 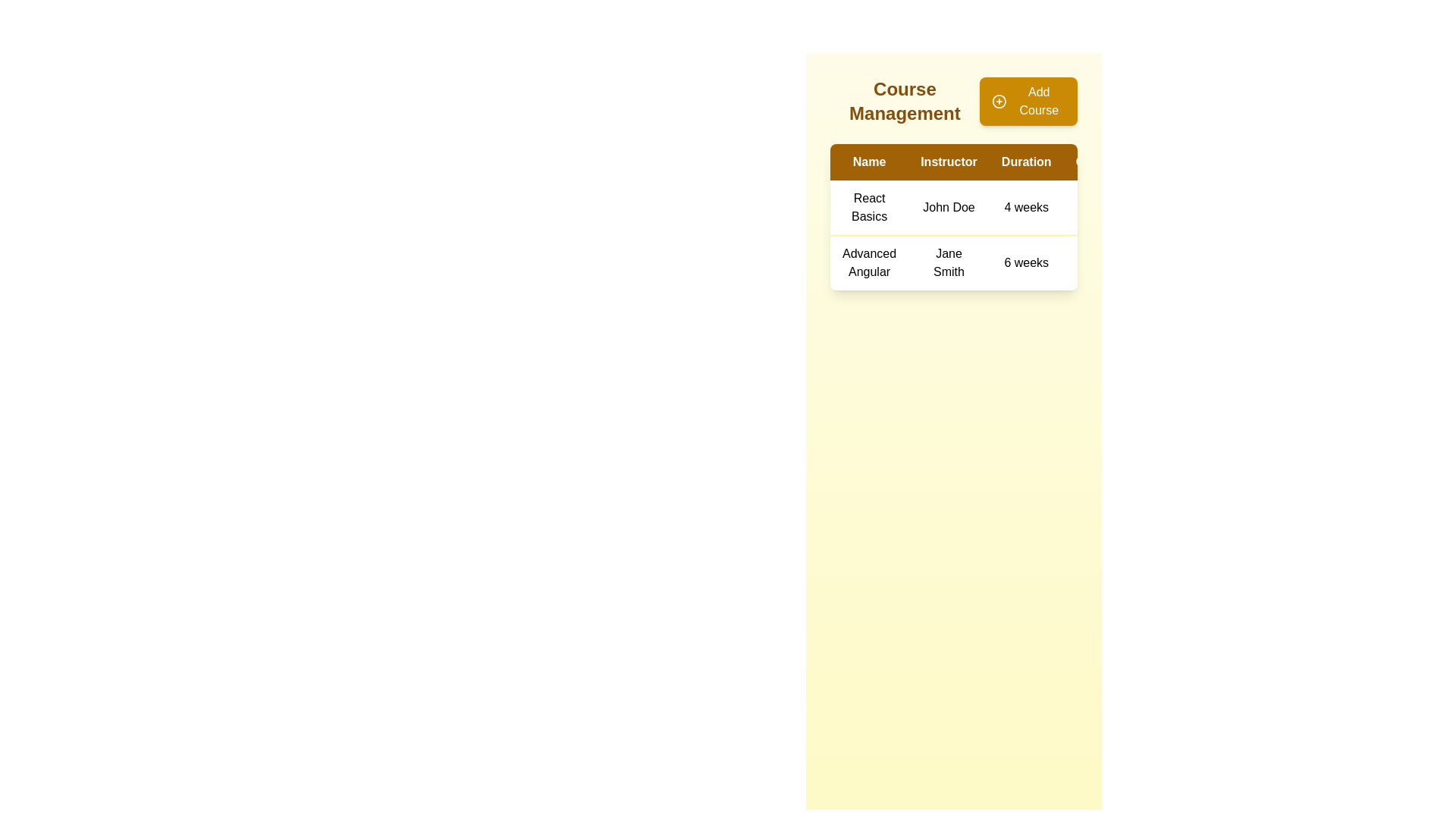 What do you see at coordinates (1026, 208) in the screenshot?
I see `text '4 weeks' located in the first row, third column of the table under 'Duration' in the Course Management section` at bounding box center [1026, 208].